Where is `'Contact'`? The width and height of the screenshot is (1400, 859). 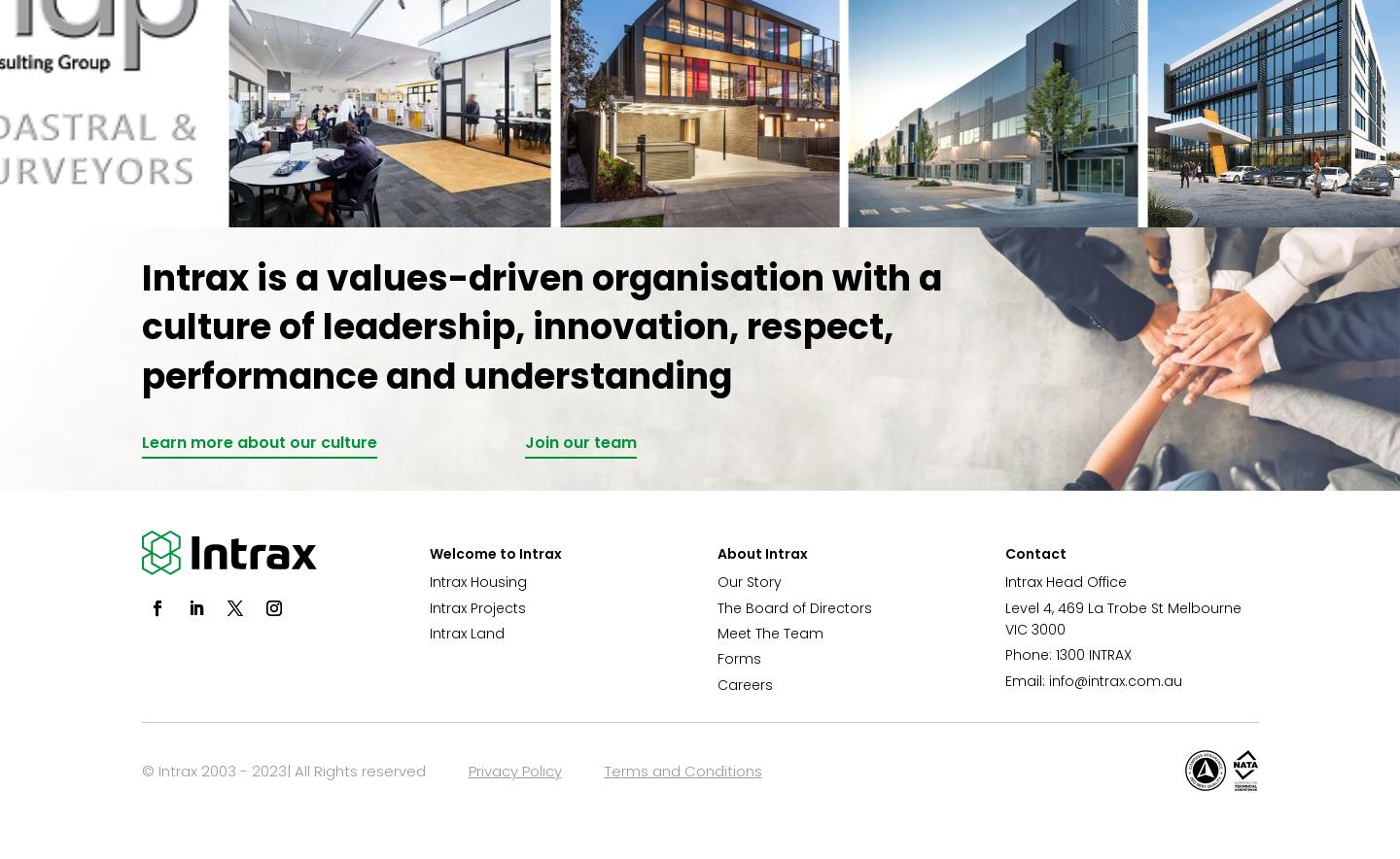
'Contact' is located at coordinates (1035, 553).